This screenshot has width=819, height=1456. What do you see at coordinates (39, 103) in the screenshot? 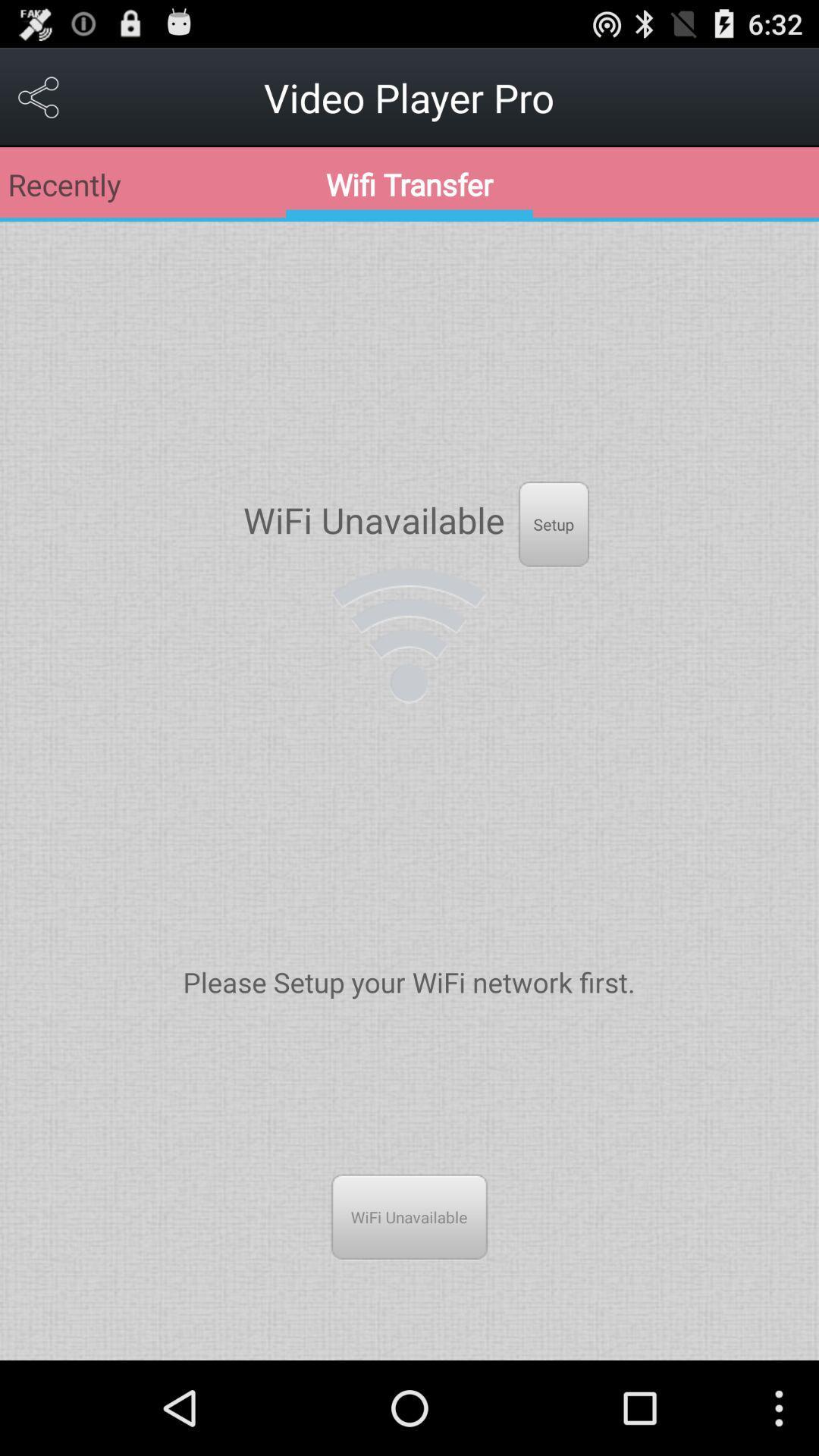
I see `the share icon` at bounding box center [39, 103].